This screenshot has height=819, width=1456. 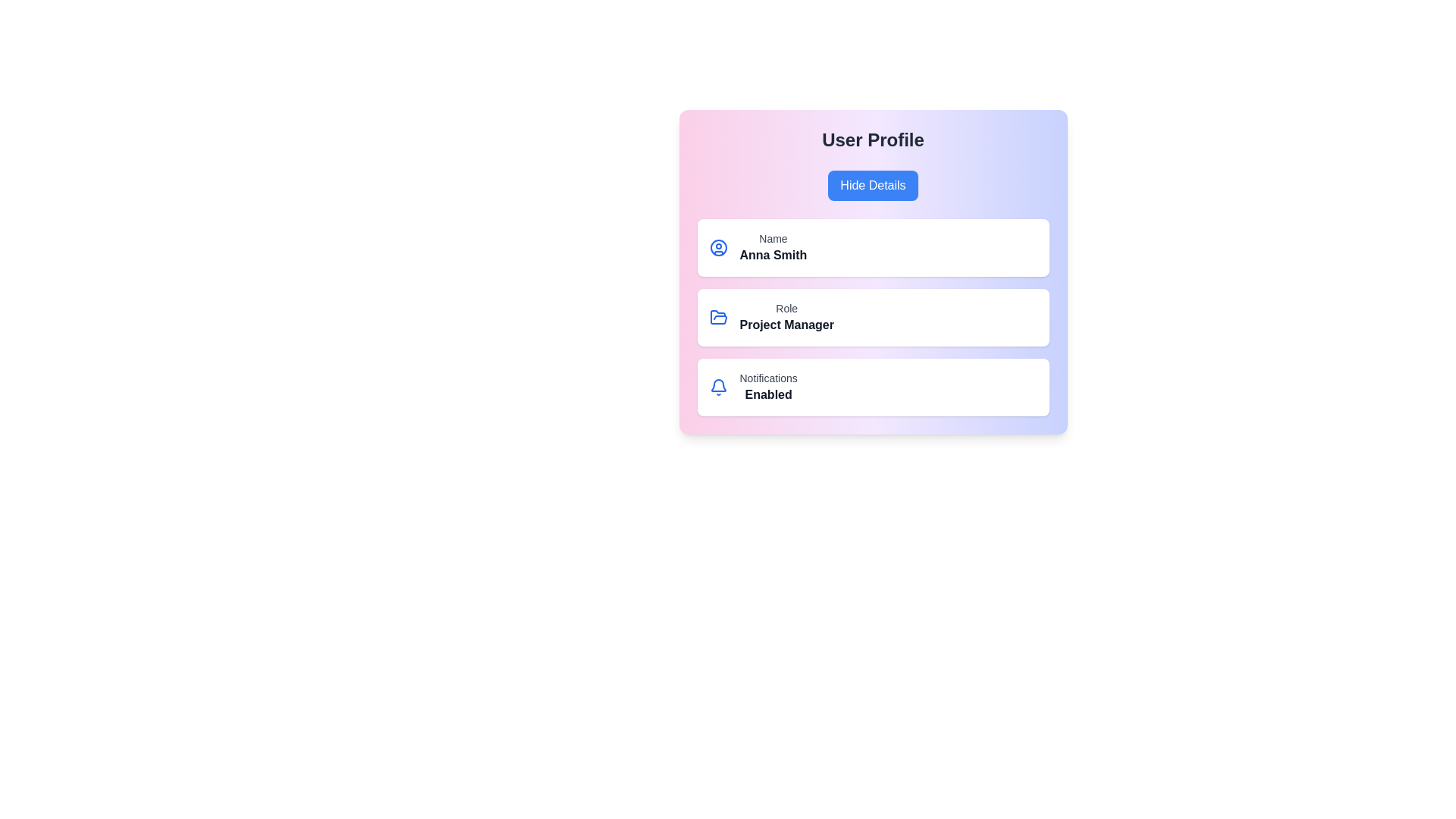 I want to click on name displayed, which is 'Anna Smith', in the Textual Content Display labeled 'Name' on the top card of the user profile interface, so click(x=773, y=247).